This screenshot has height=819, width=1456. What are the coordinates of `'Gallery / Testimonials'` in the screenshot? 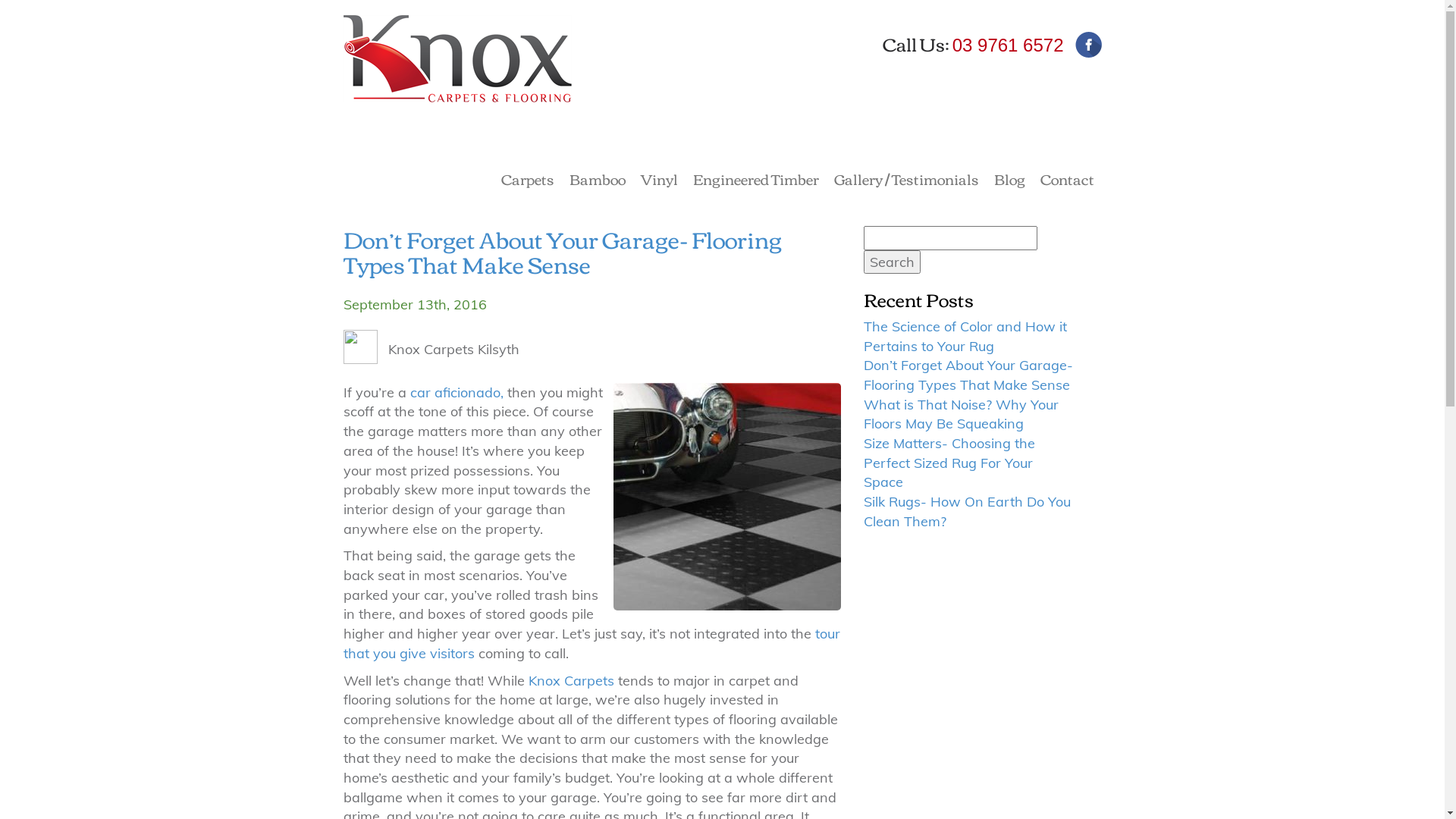 It's located at (906, 180).